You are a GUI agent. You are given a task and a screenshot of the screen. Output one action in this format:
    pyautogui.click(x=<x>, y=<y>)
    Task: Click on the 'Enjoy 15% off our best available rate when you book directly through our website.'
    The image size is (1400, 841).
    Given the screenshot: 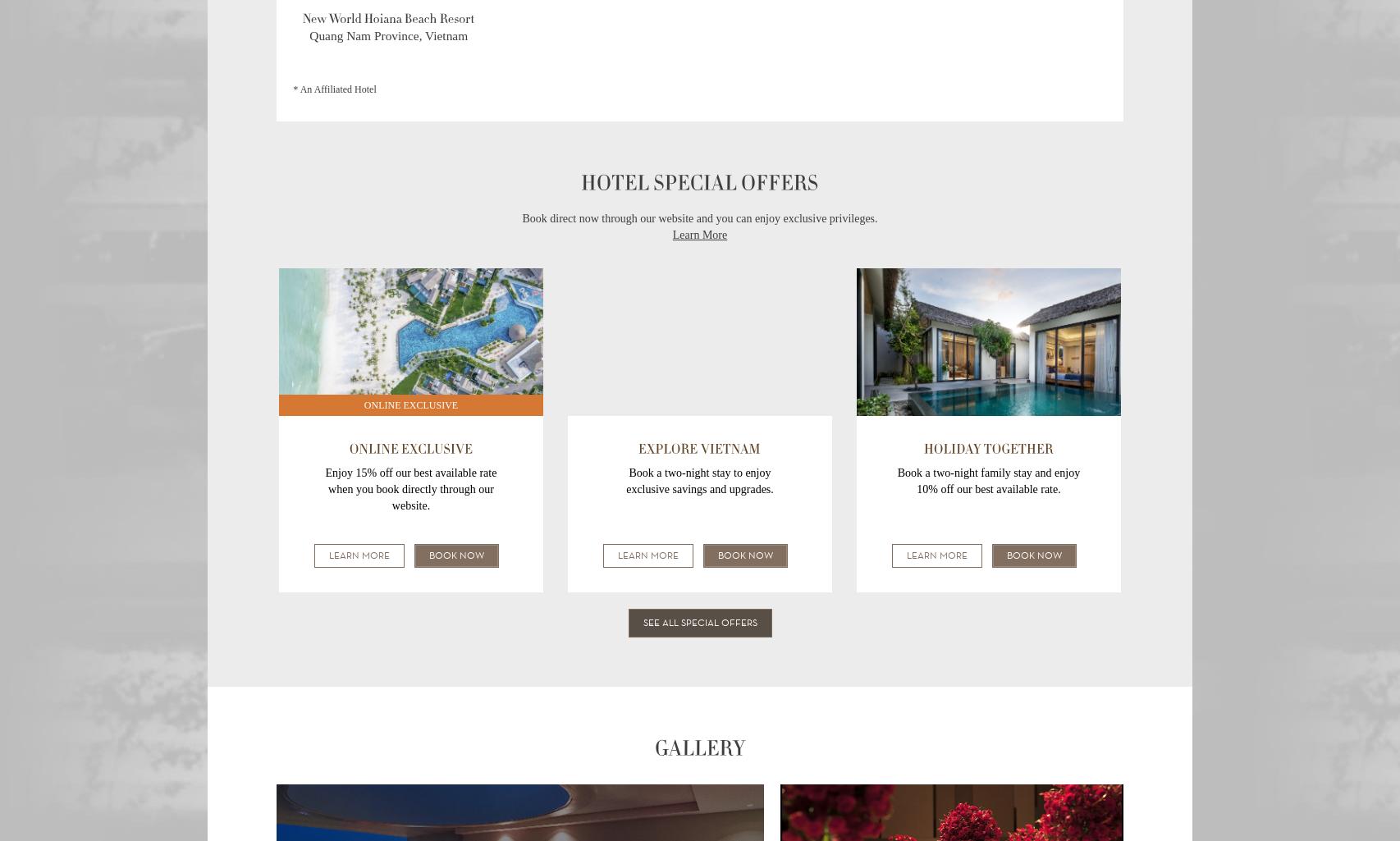 What is the action you would take?
    pyautogui.click(x=409, y=489)
    